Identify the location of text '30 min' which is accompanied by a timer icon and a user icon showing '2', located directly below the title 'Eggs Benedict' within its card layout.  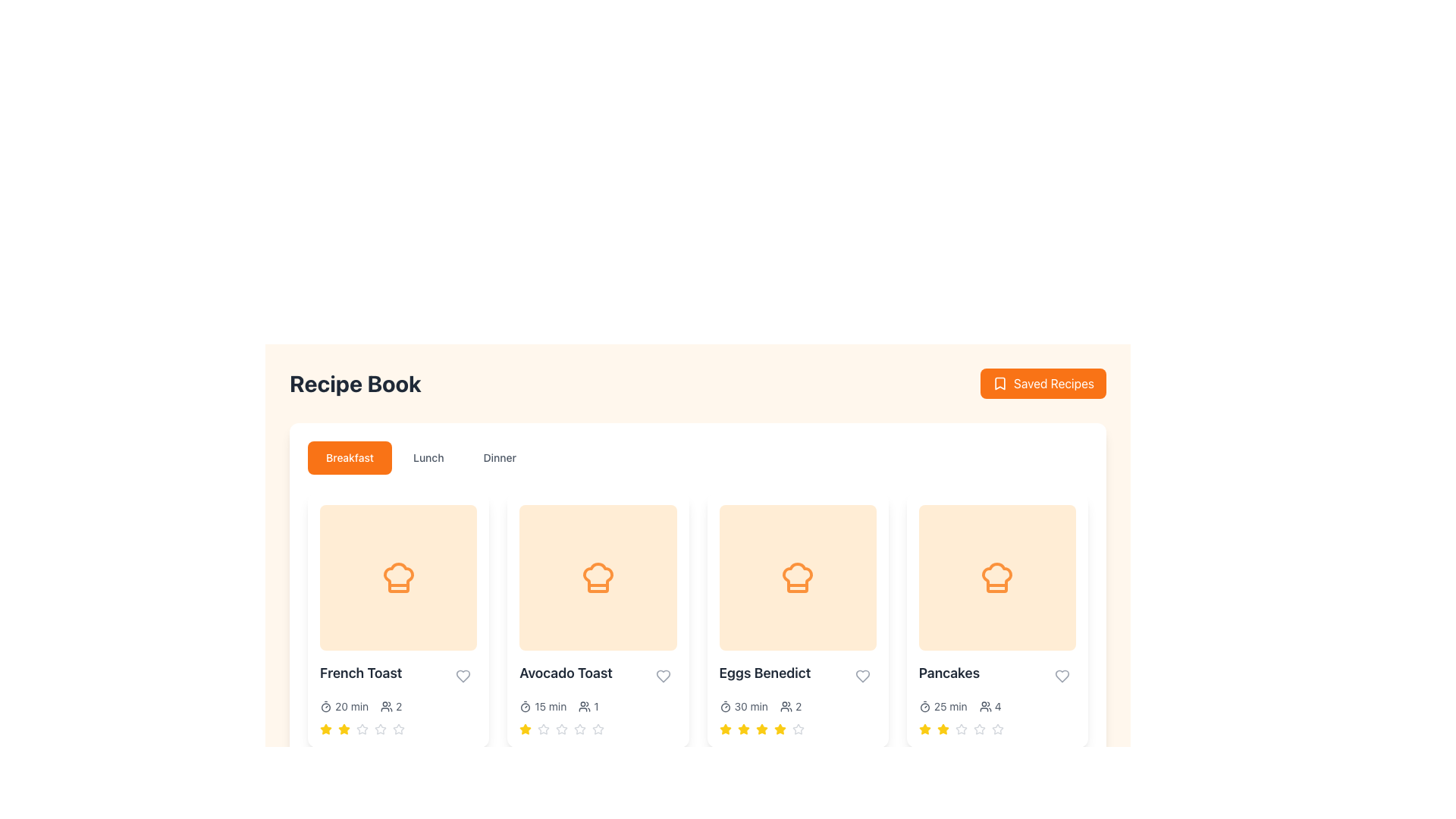
(797, 707).